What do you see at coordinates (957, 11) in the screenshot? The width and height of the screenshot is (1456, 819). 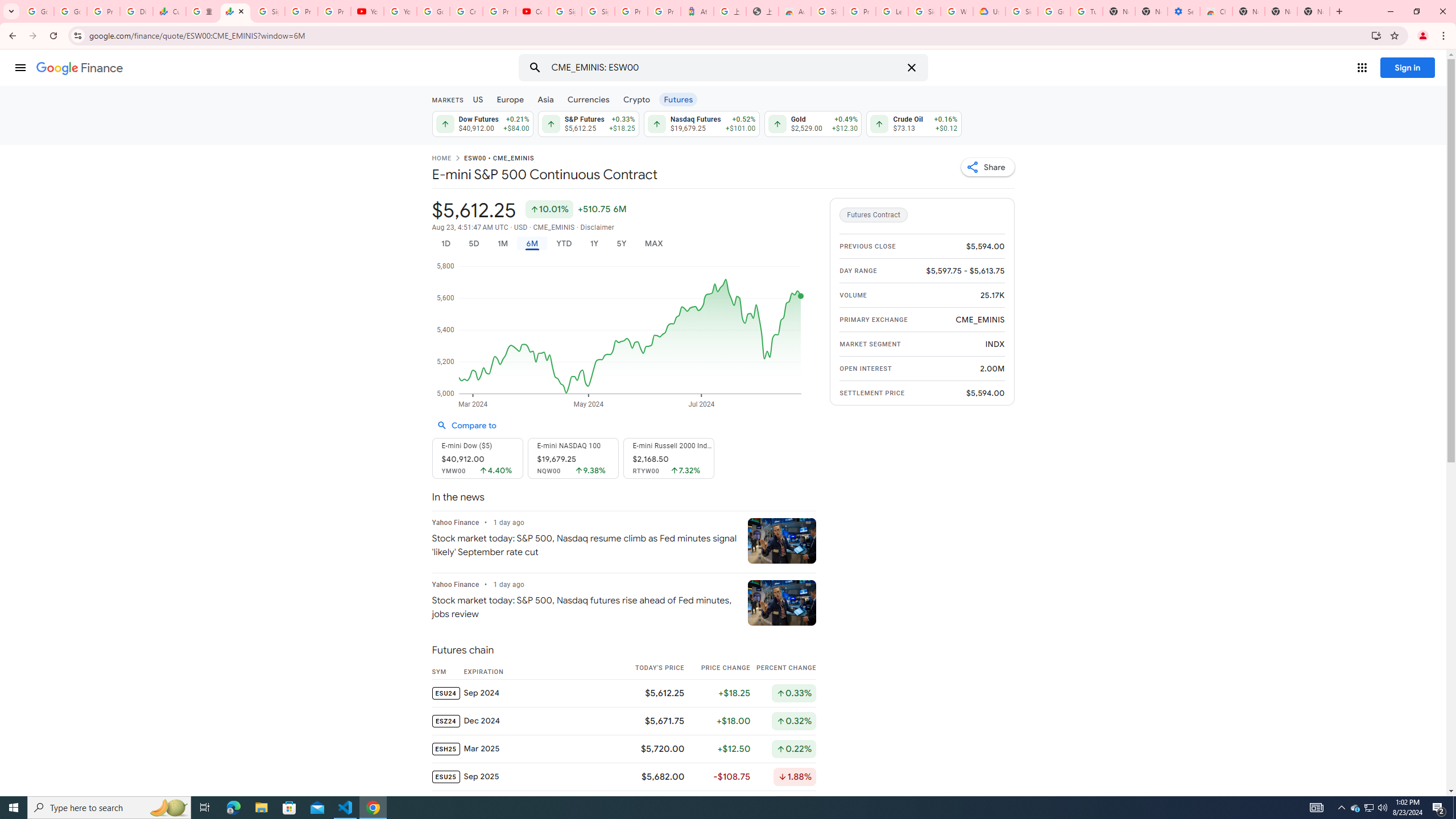 I see `'Who are Google'` at bounding box center [957, 11].